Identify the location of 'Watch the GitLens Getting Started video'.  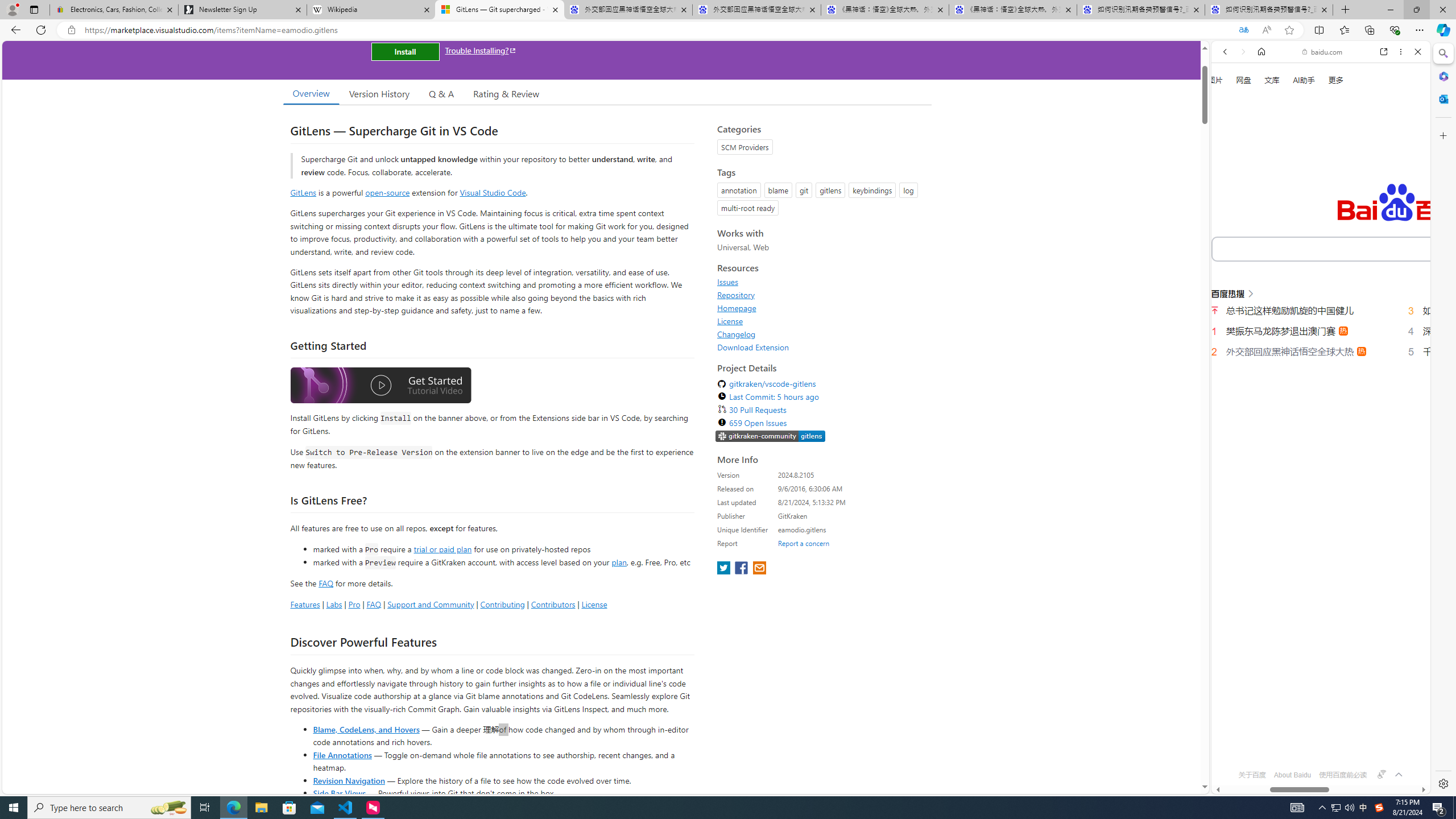
(380, 387).